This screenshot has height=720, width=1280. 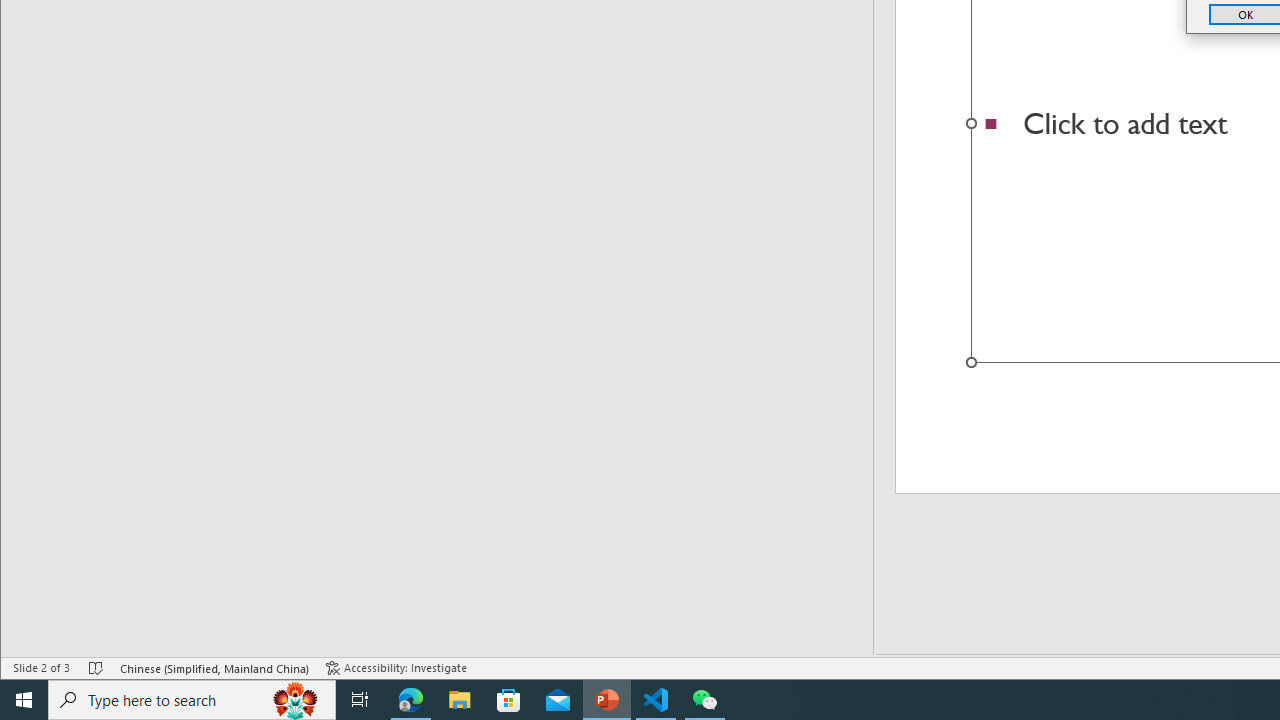 I want to click on 'Task View', so click(x=359, y=698).